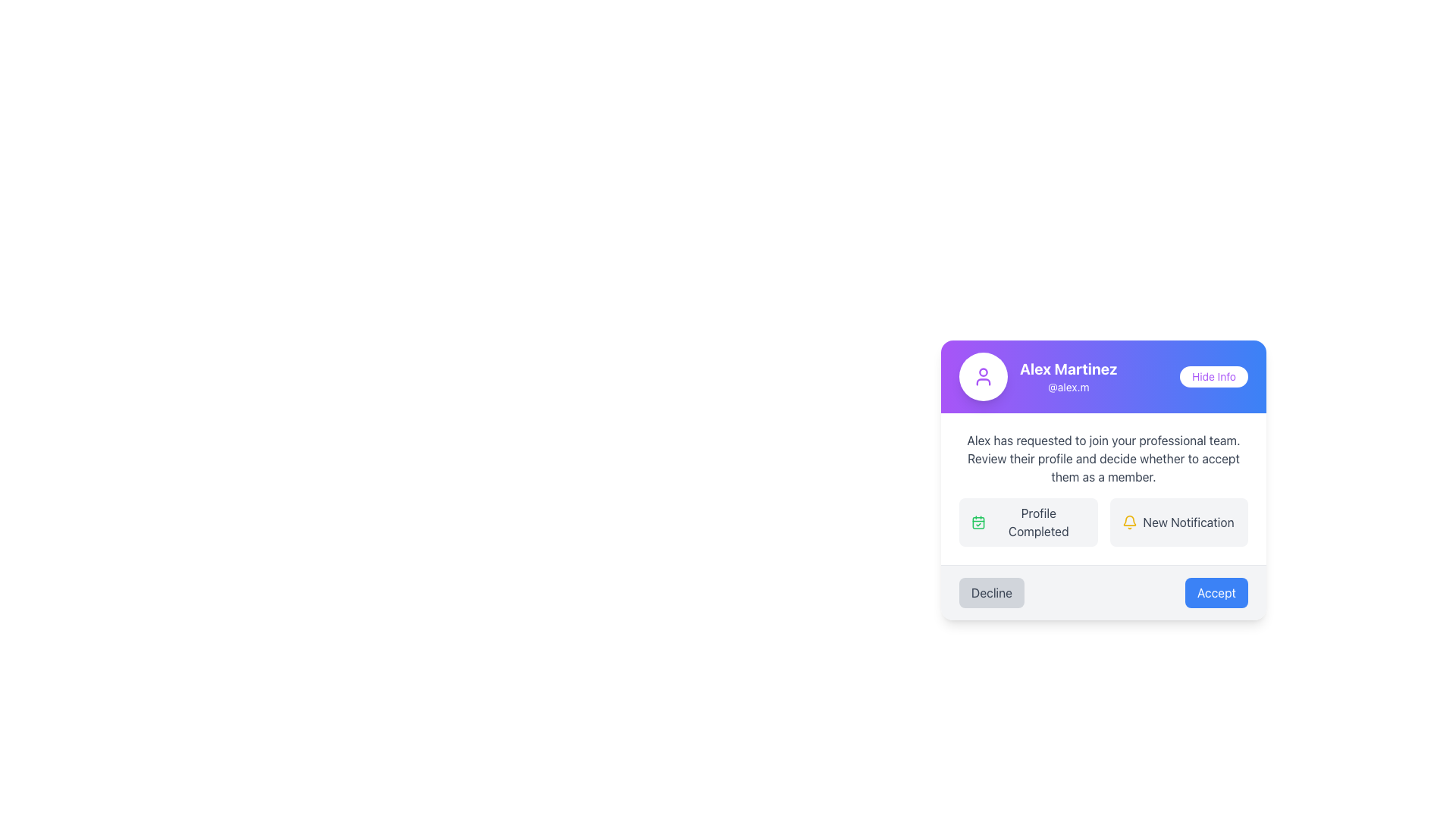 The height and width of the screenshot is (819, 1456). Describe the element at coordinates (983, 376) in the screenshot. I see `the user profile Icon Button located to the left of the text 'Alex Martinez' and '@alex.m', which is visually distinct as a white button with purple accents` at that location.